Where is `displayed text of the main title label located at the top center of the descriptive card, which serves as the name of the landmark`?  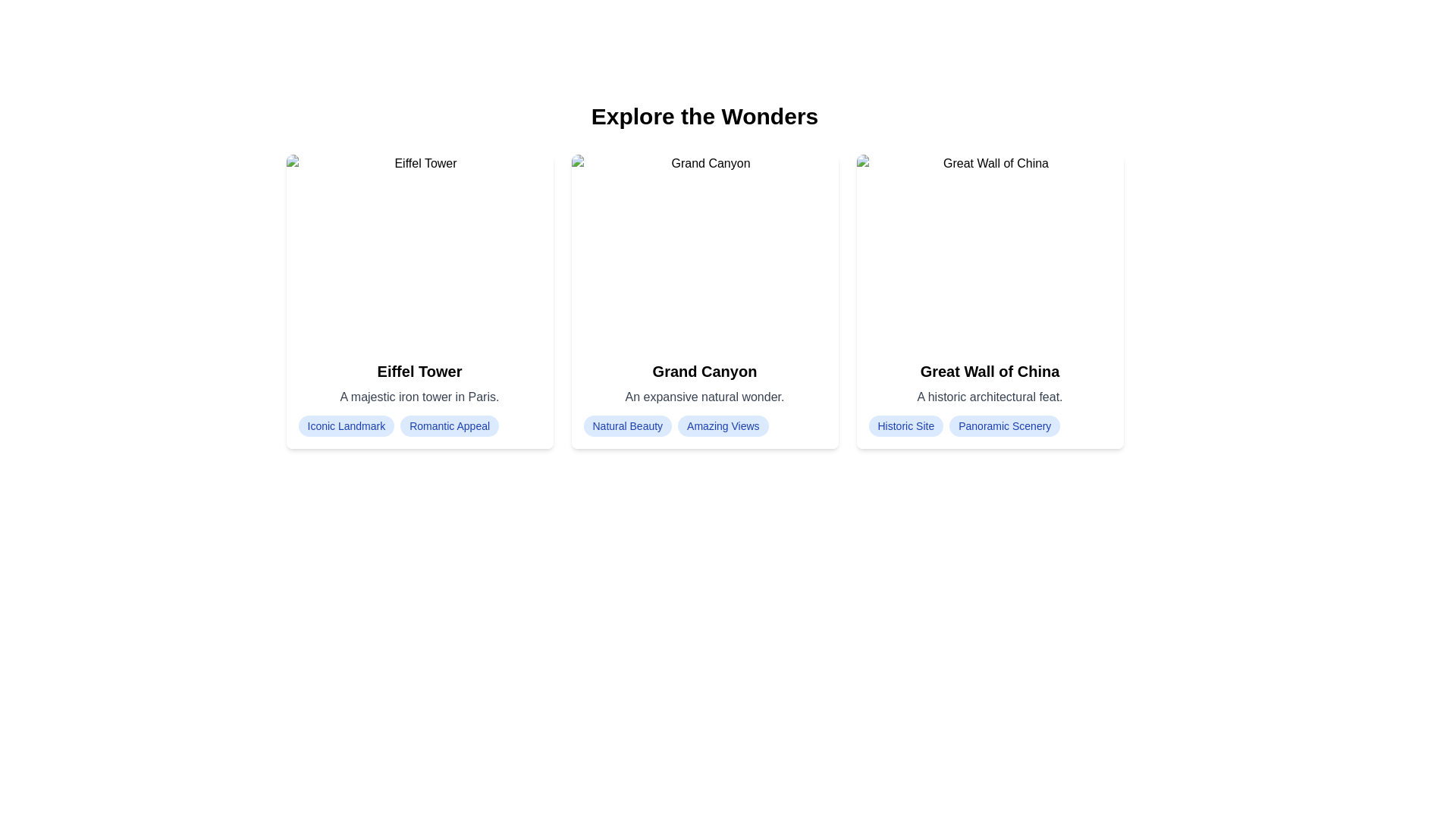
displayed text of the main title label located at the top center of the descriptive card, which serves as the name of the landmark is located at coordinates (419, 371).